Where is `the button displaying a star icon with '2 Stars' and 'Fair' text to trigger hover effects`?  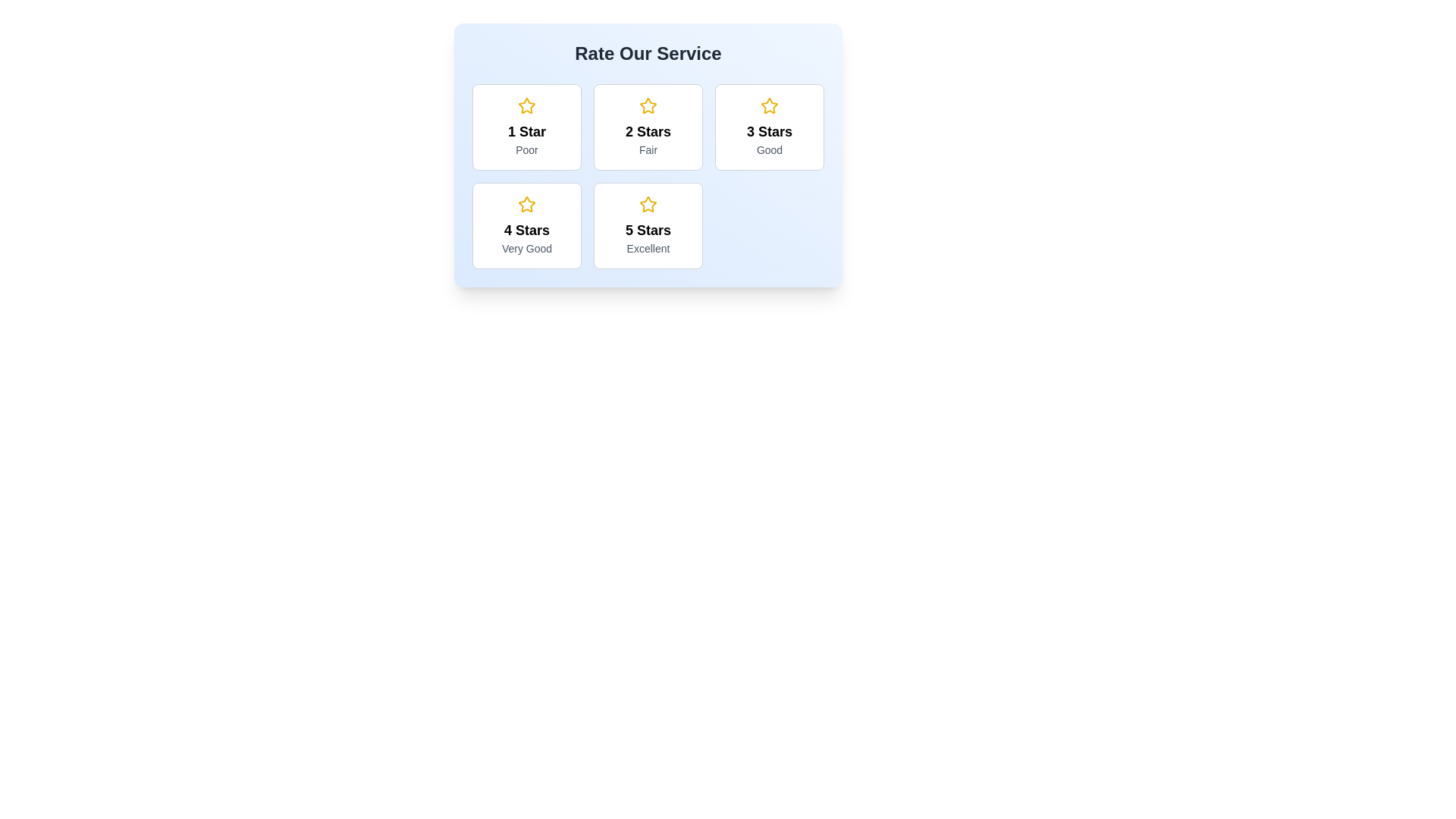 the button displaying a star icon with '2 Stars' and 'Fair' text to trigger hover effects is located at coordinates (648, 127).